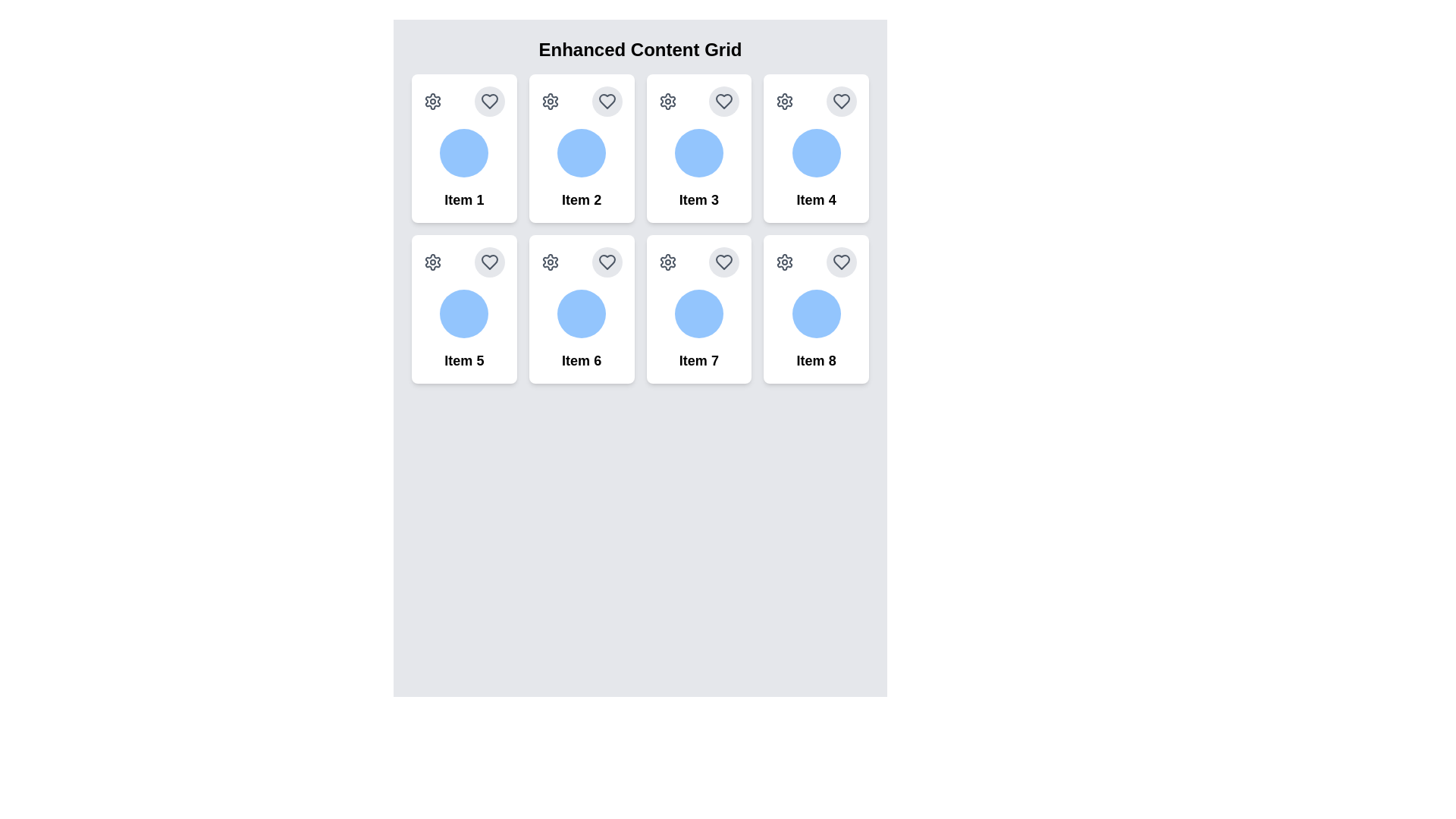 The width and height of the screenshot is (1456, 819). Describe the element at coordinates (581, 312) in the screenshot. I see `the circular decorative element located in the center of the card labeled 'Item 6', positioned in the second row and second column of the grid layout` at that location.